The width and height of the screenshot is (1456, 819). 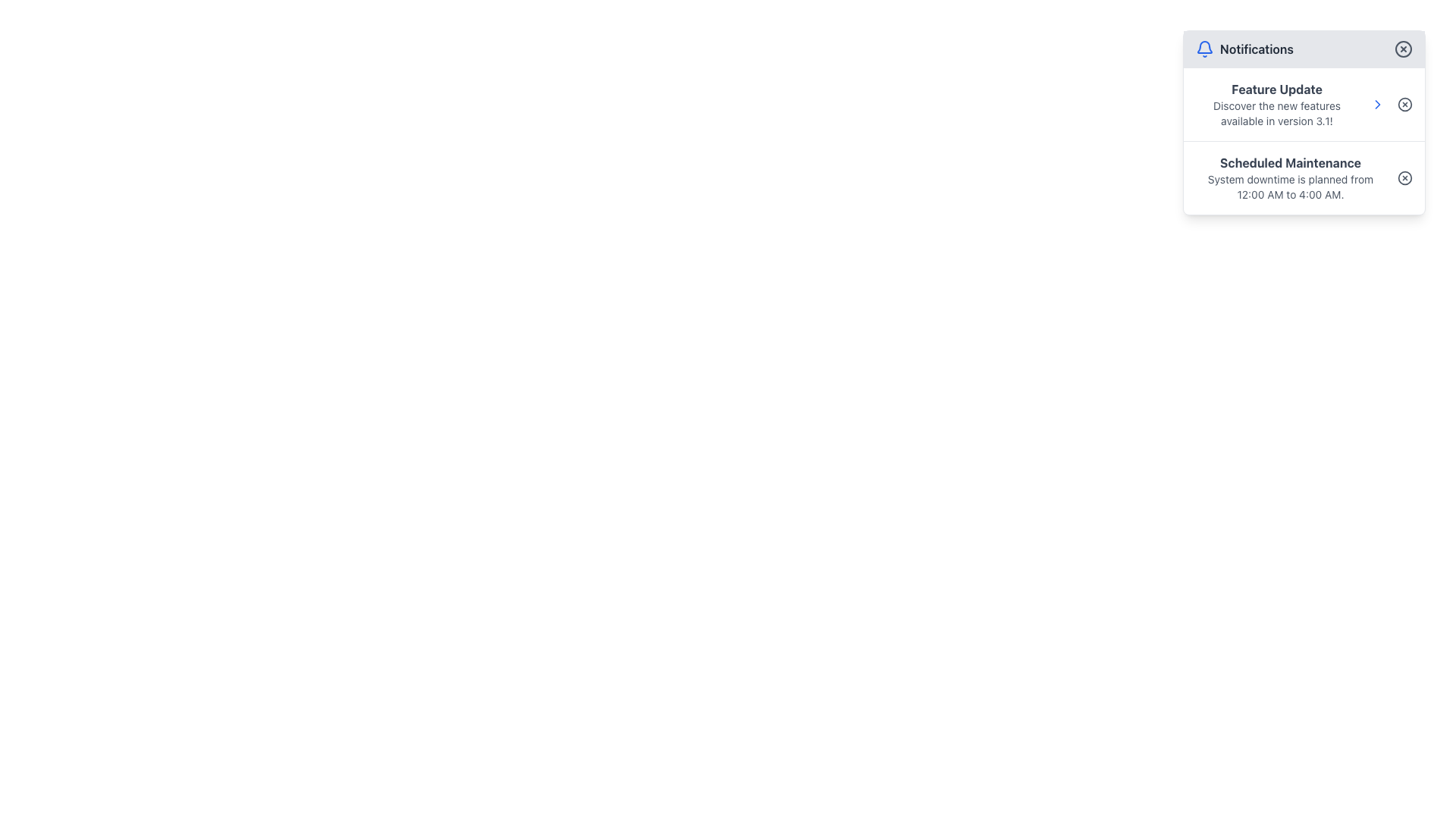 What do you see at coordinates (1290, 177) in the screenshot?
I see `information displayed in the static text block titled 'Scheduled Maintenance', which includes the details about system downtime from 12:00 AM to 4:00 AM` at bounding box center [1290, 177].